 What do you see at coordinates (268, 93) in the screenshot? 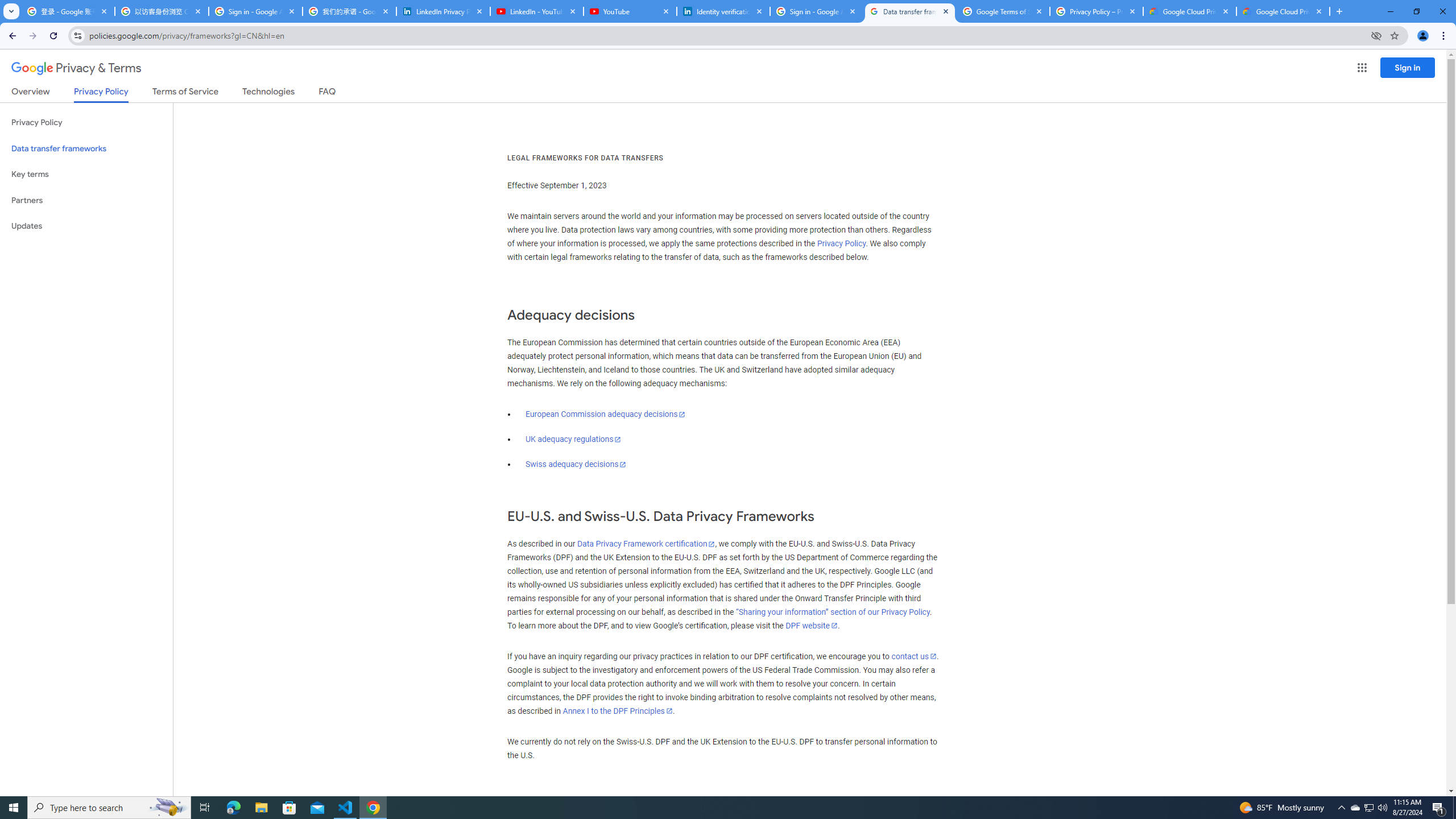
I see `'Technologies'` at bounding box center [268, 93].